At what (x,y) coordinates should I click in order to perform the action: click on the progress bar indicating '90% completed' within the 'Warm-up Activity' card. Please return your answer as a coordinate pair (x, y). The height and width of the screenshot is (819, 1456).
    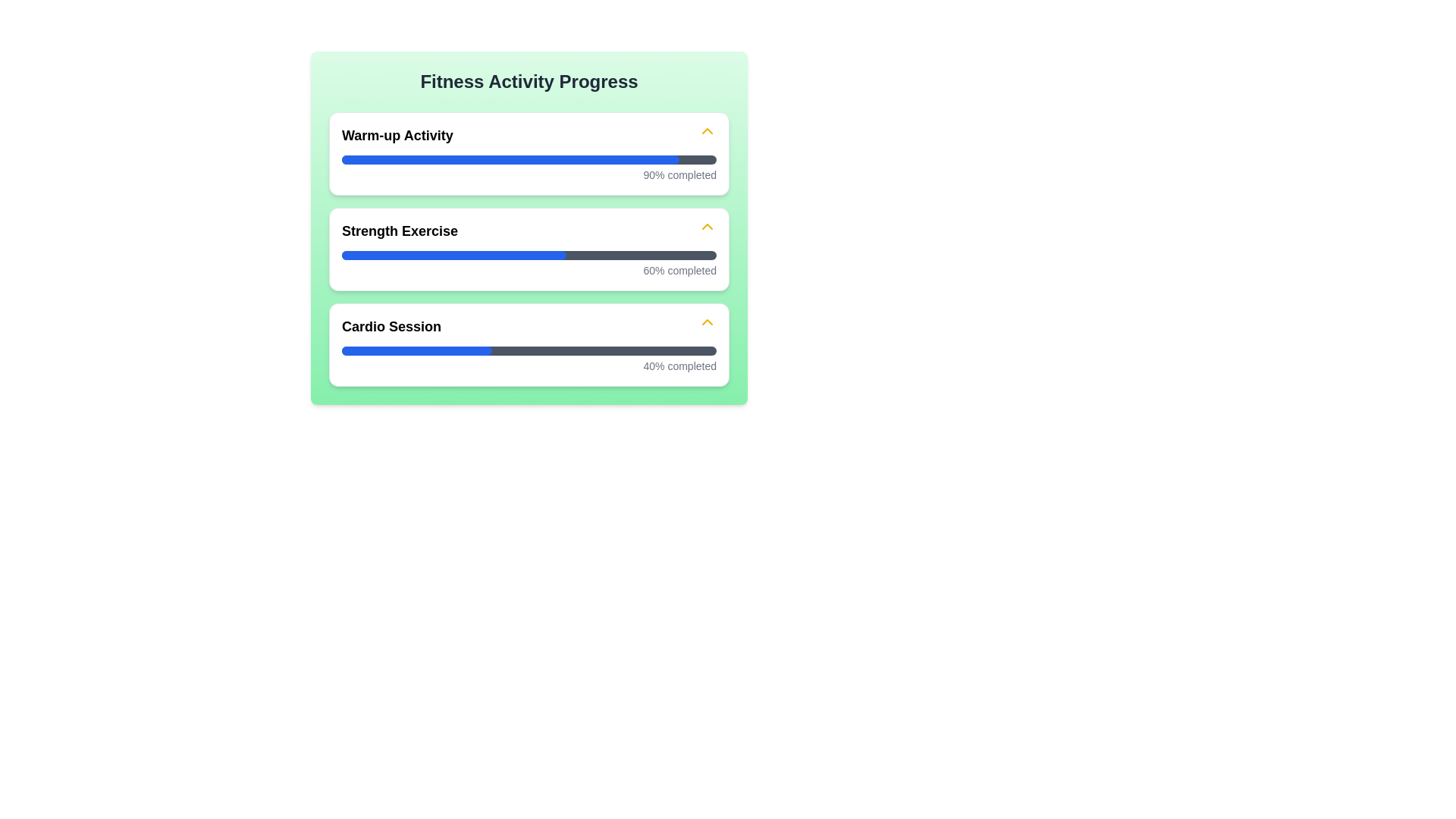
    Looking at the image, I should click on (529, 160).